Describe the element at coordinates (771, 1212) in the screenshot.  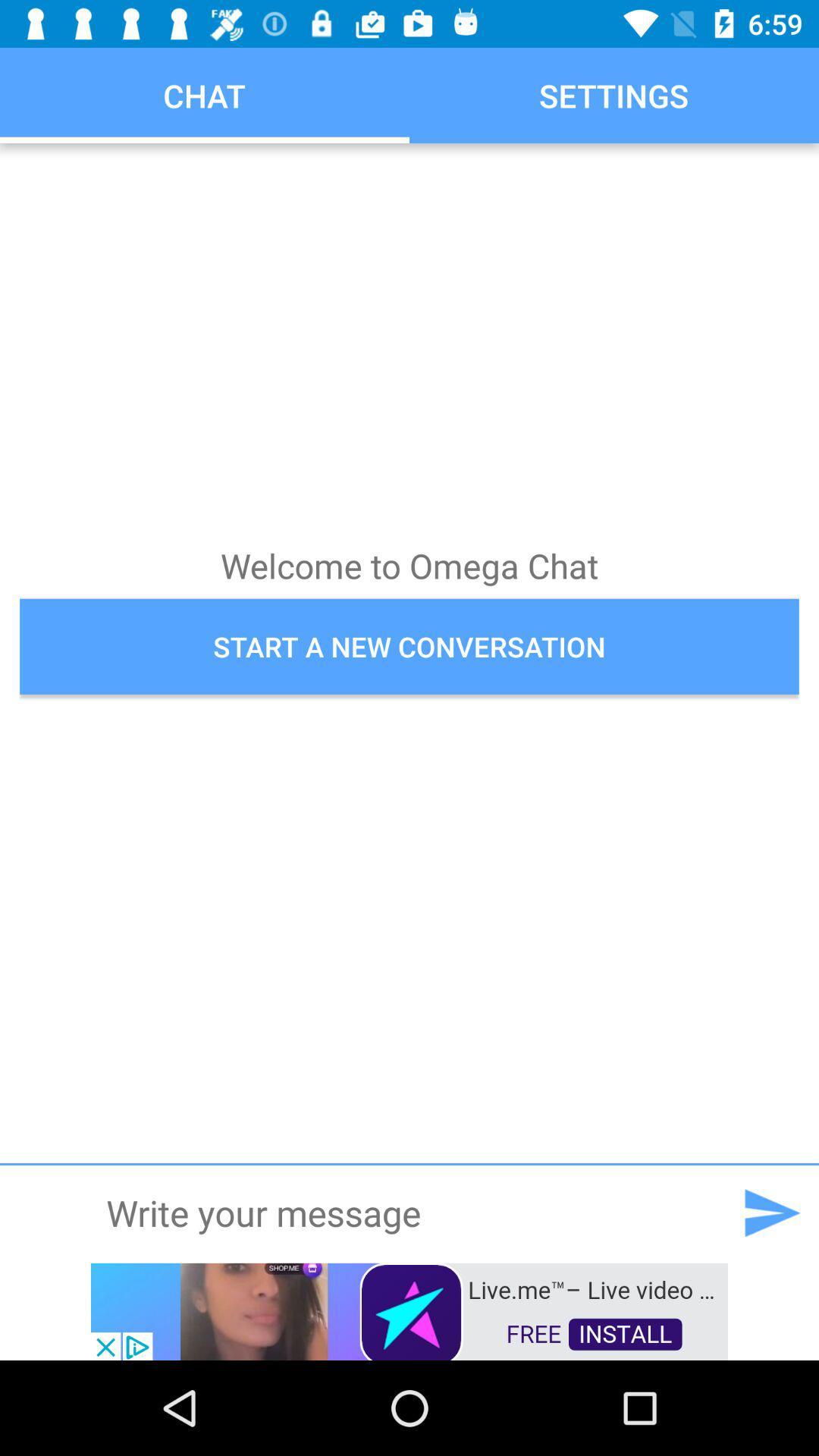
I see `send button` at that location.